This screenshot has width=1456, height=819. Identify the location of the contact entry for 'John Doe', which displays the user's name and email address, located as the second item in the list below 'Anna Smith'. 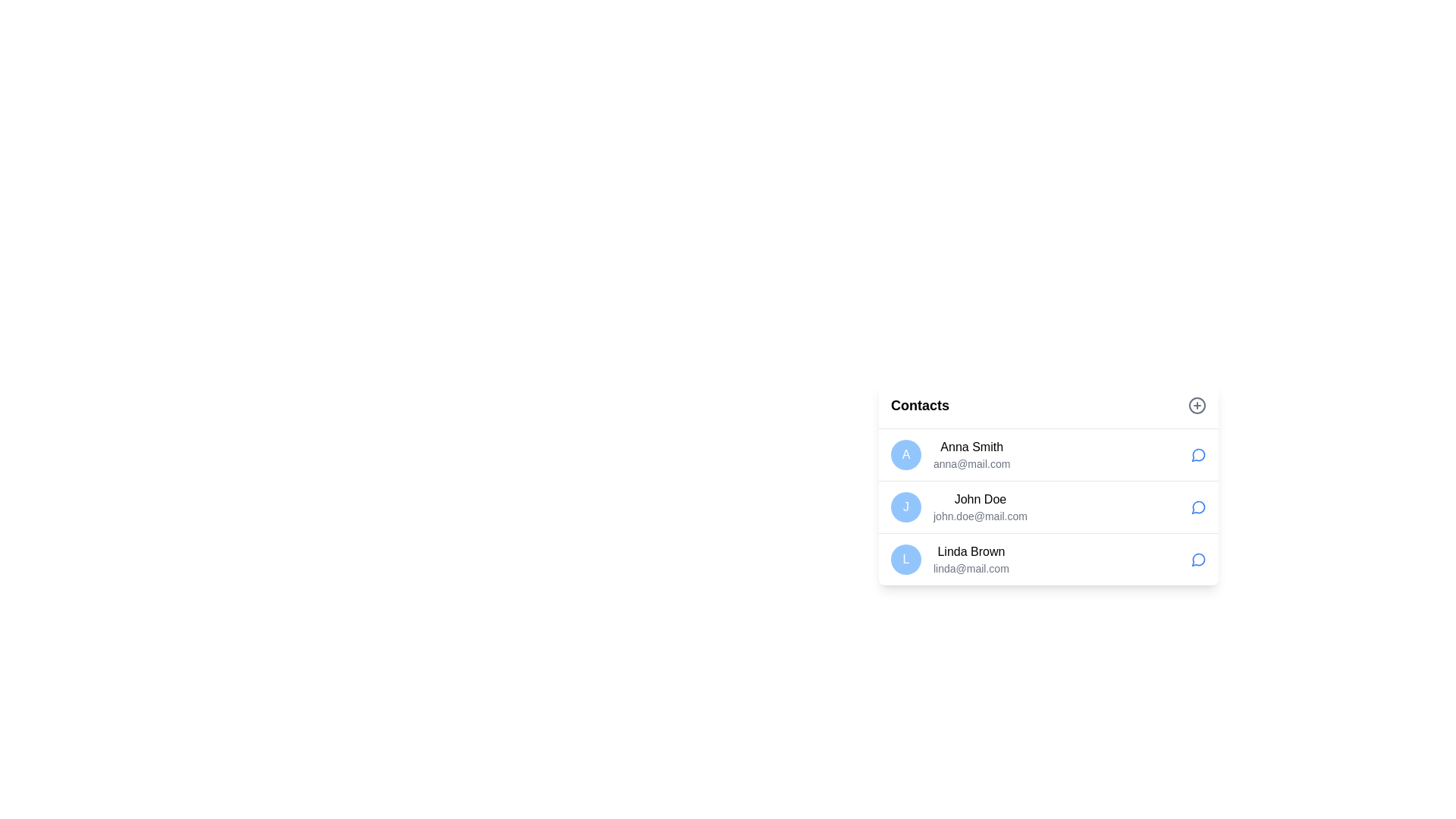
(958, 507).